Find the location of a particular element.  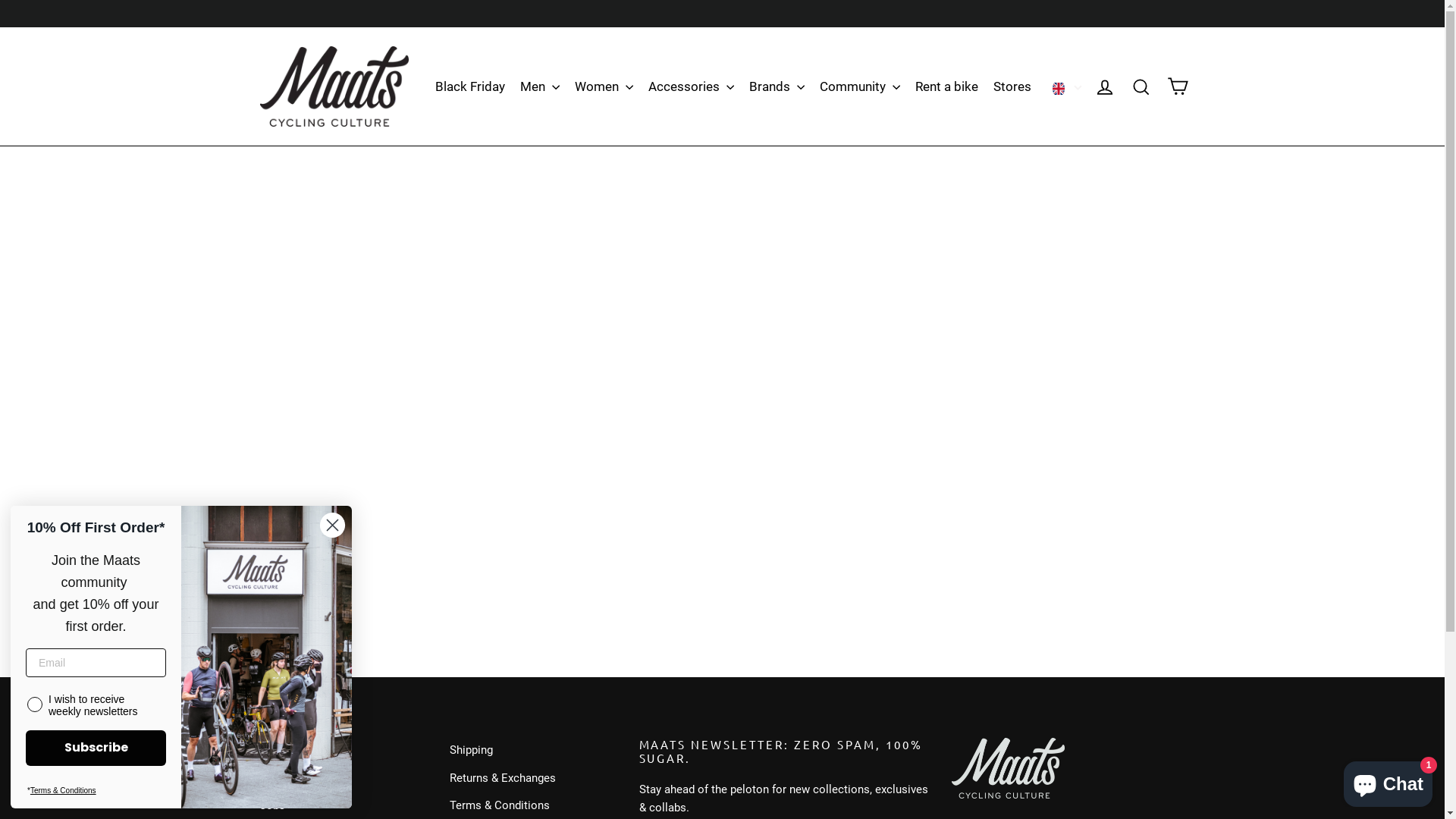

'Community' is located at coordinates (859, 86).